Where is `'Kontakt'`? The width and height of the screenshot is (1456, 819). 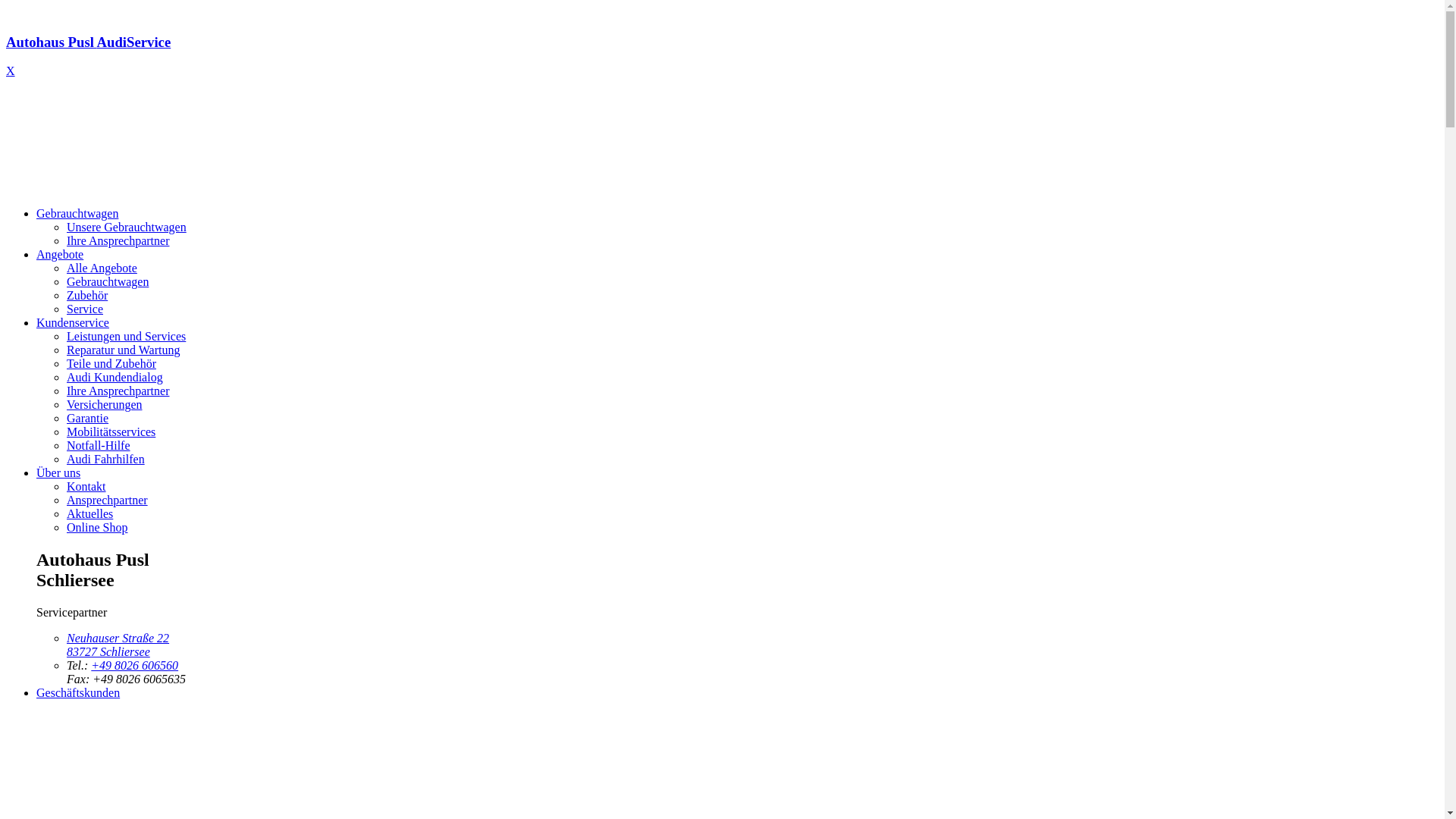
'Kontakt' is located at coordinates (86, 486).